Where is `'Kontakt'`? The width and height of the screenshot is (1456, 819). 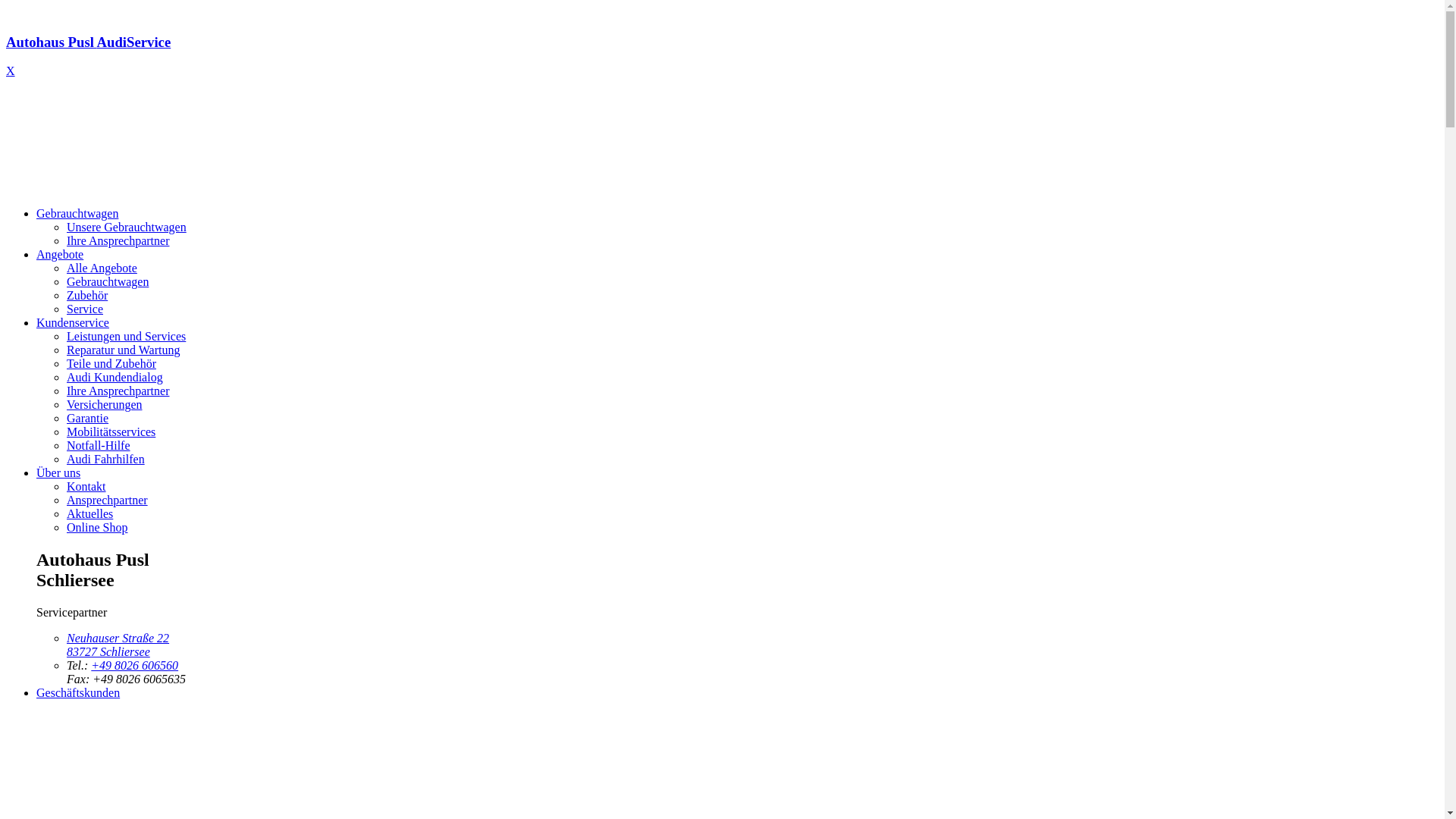
'Kontakt' is located at coordinates (86, 486).